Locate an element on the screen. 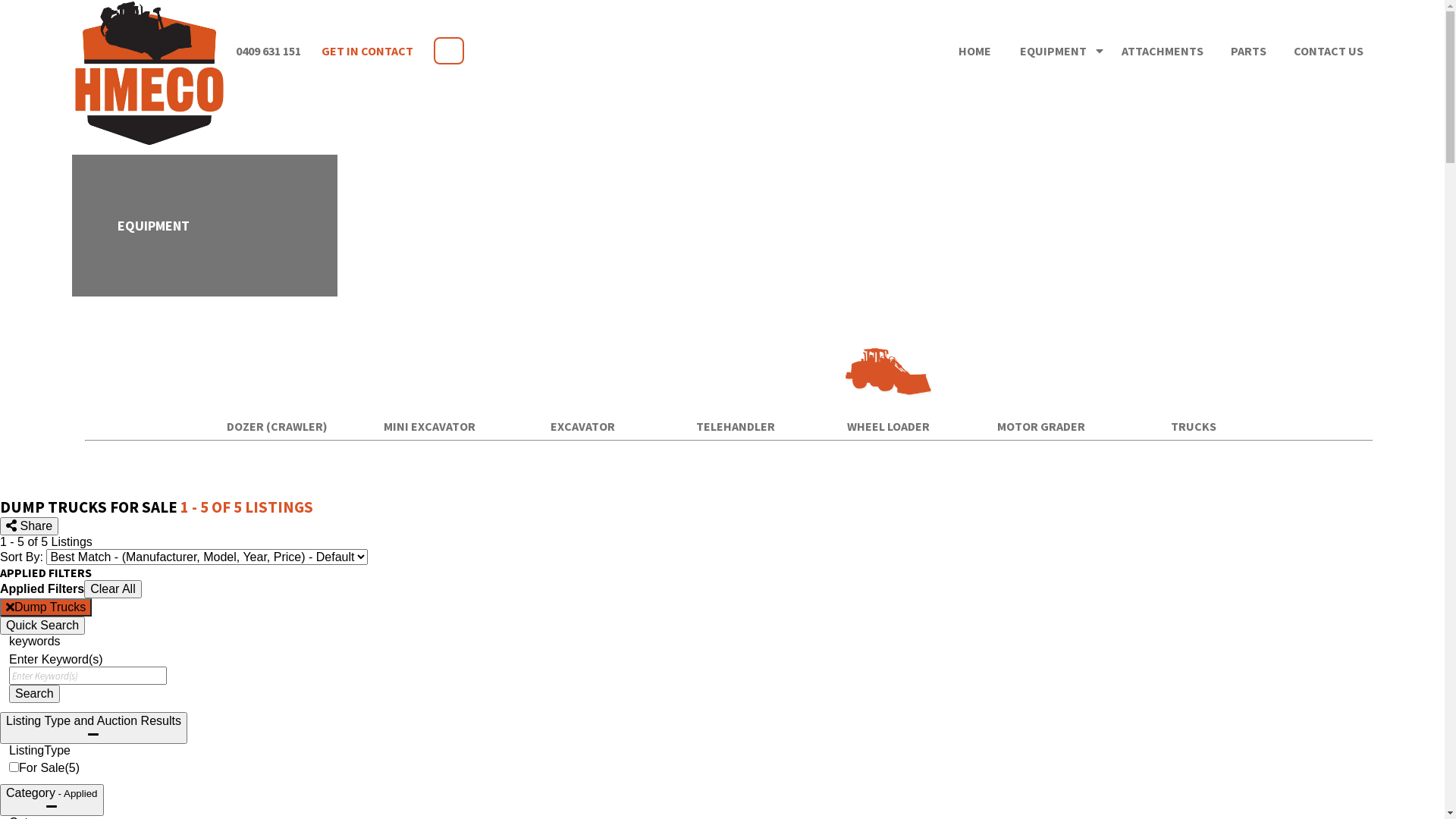 Image resolution: width=1456 pixels, height=819 pixels. 'TELEHANDLER' is located at coordinates (660, 426).